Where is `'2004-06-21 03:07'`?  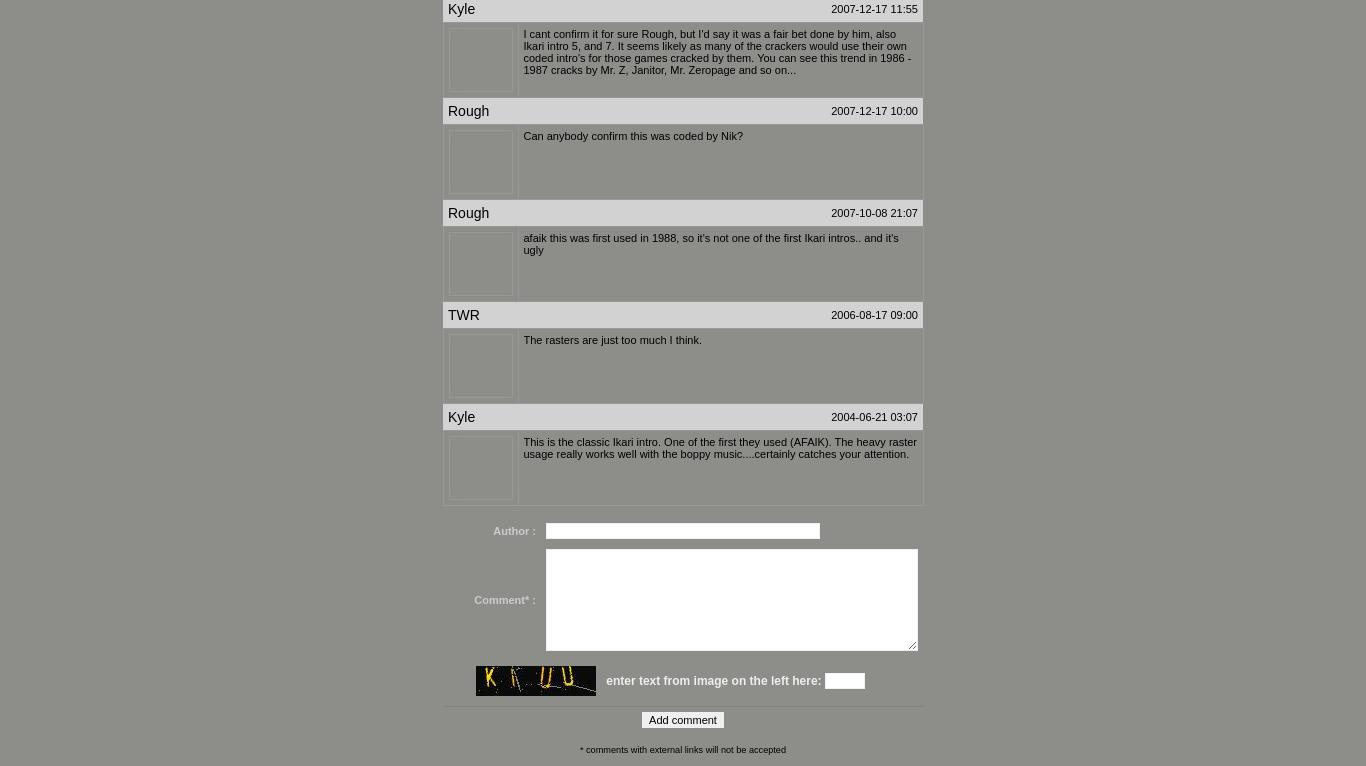
'2004-06-21 03:07' is located at coordinates (873, 416).